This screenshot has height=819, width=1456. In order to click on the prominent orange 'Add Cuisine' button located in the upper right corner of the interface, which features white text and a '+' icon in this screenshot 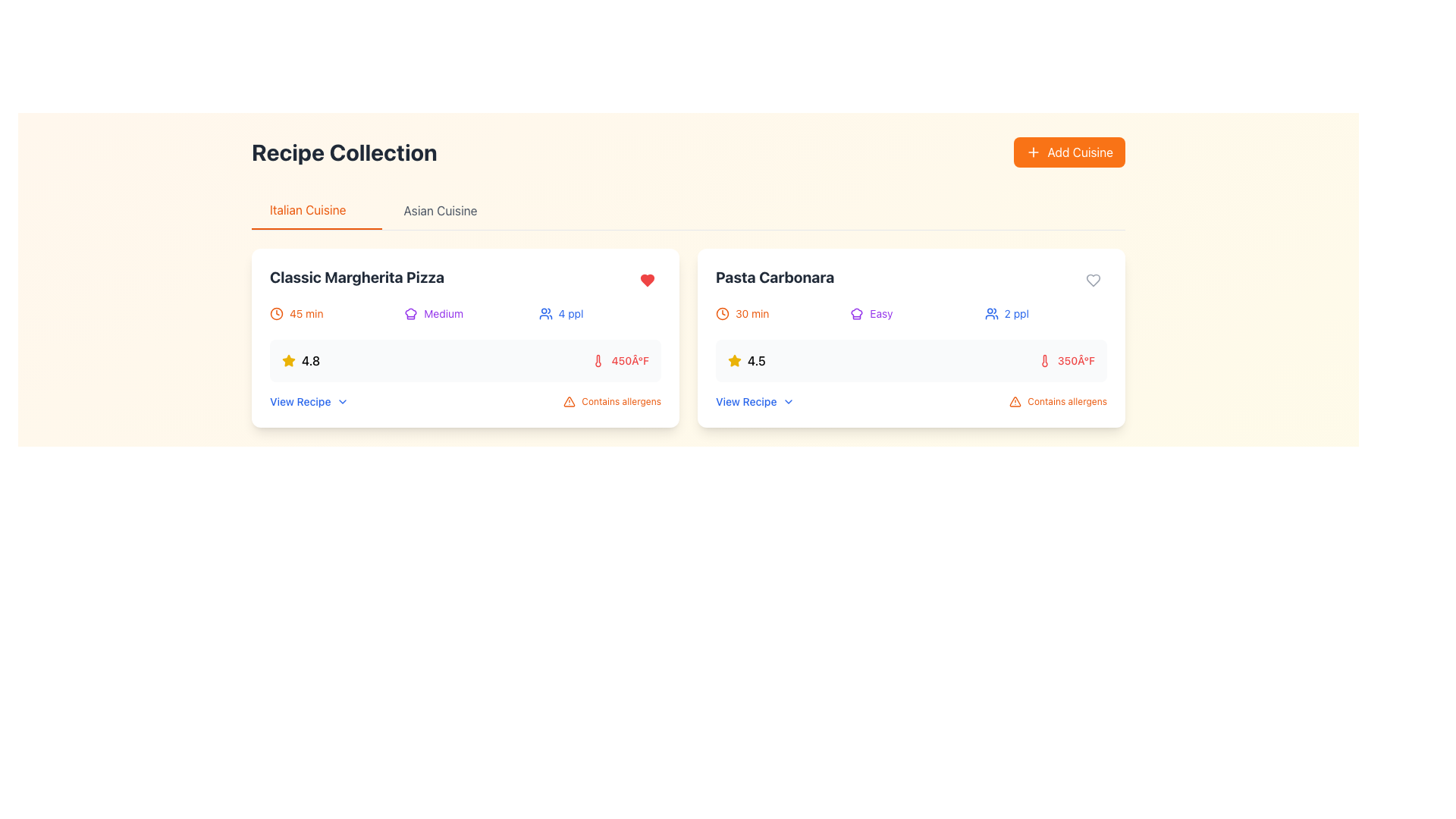, I will do `click(1068, 152)`.